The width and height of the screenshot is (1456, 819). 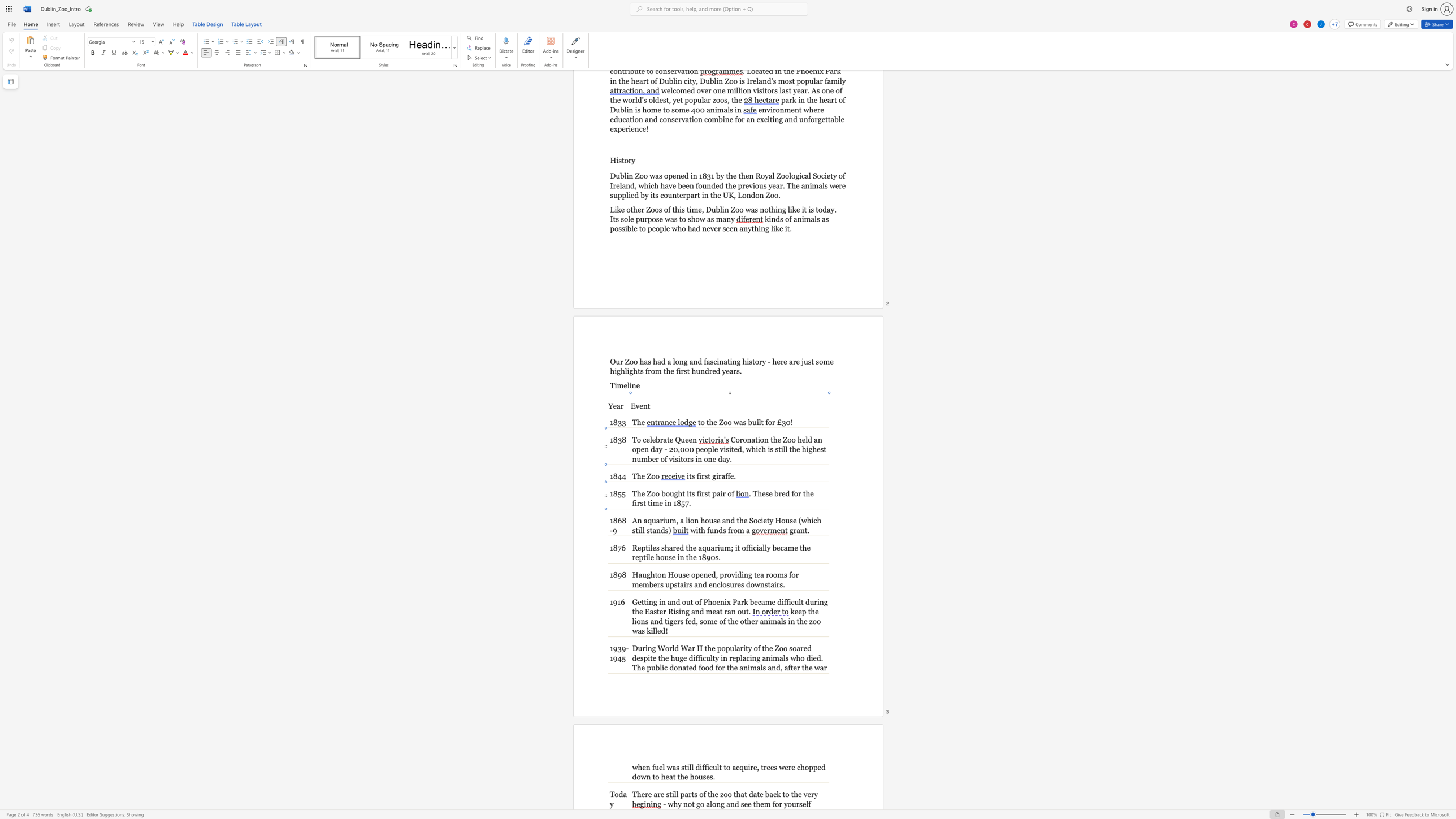 What do you see at coordinates (658, 520) in the screenshot?
I see `the space between the continuous character "a" and "r" in the text` at bounding box center [658, 520].